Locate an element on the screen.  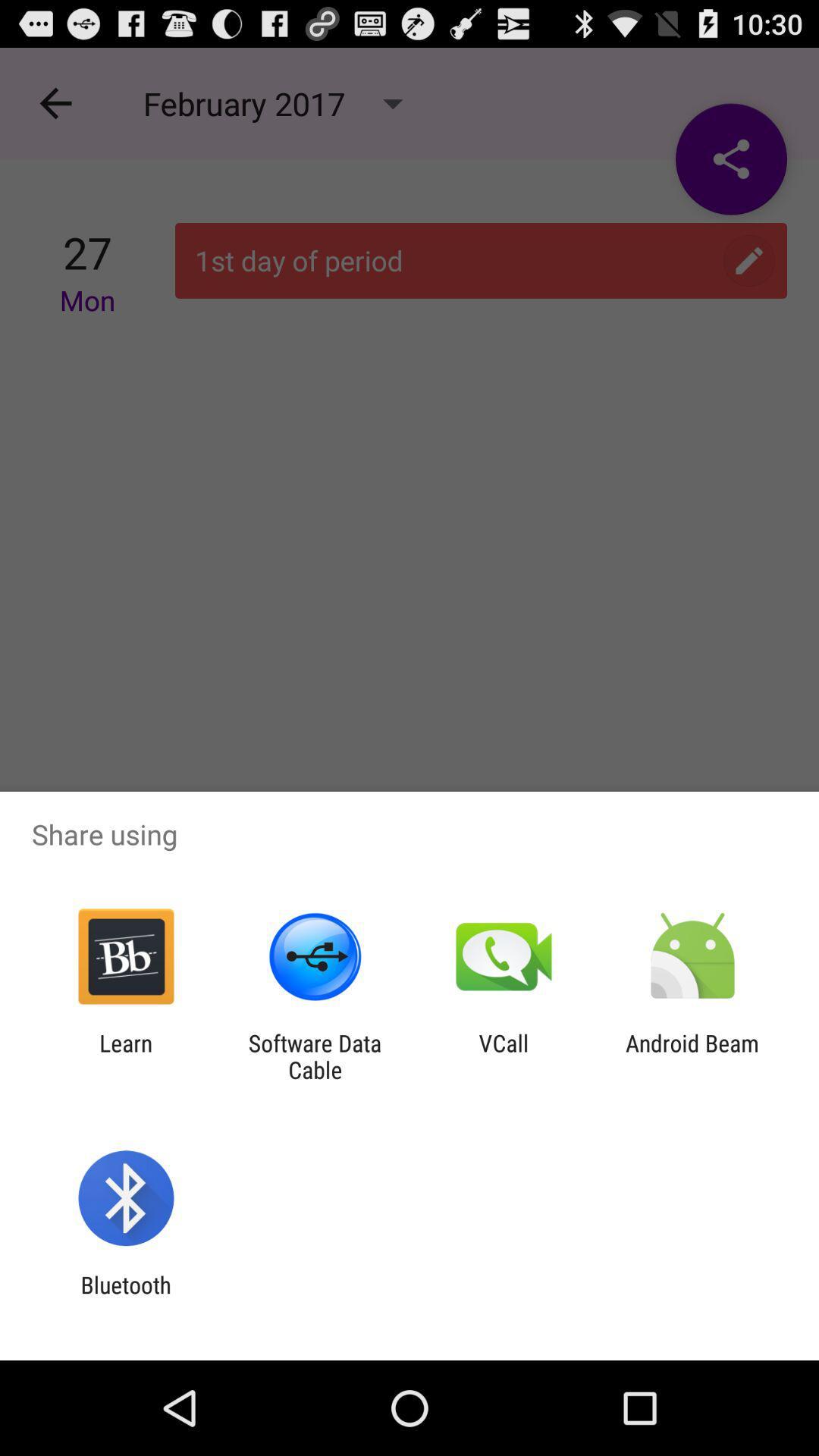
the software data cable app is located at coordinates (314, 1056).